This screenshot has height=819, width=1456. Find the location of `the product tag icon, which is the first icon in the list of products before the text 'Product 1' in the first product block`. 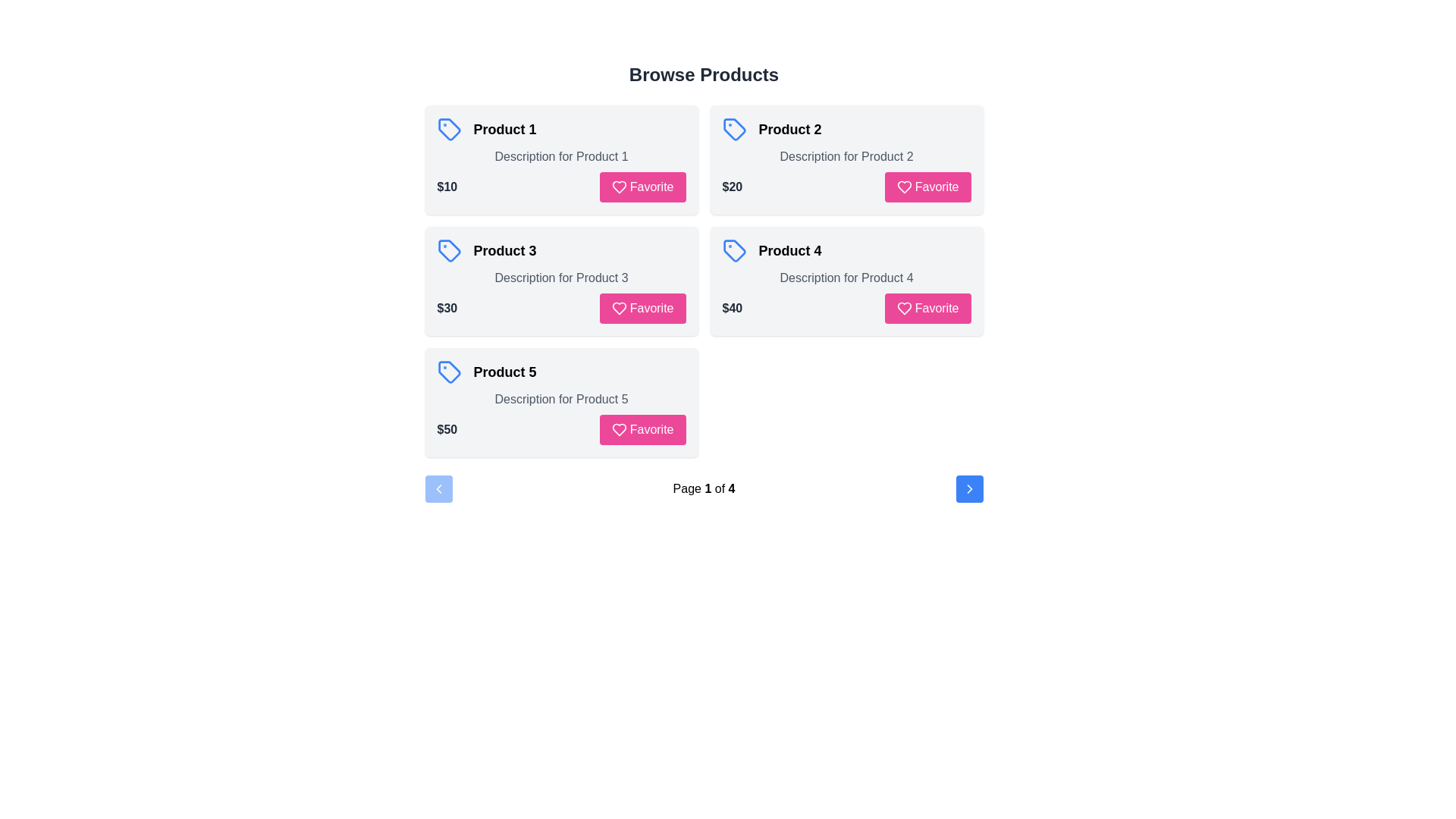

the product tag icon, which is the first icon in the list of products before the text 'Product 1' in the first product block is located at coordinates (448, 128).